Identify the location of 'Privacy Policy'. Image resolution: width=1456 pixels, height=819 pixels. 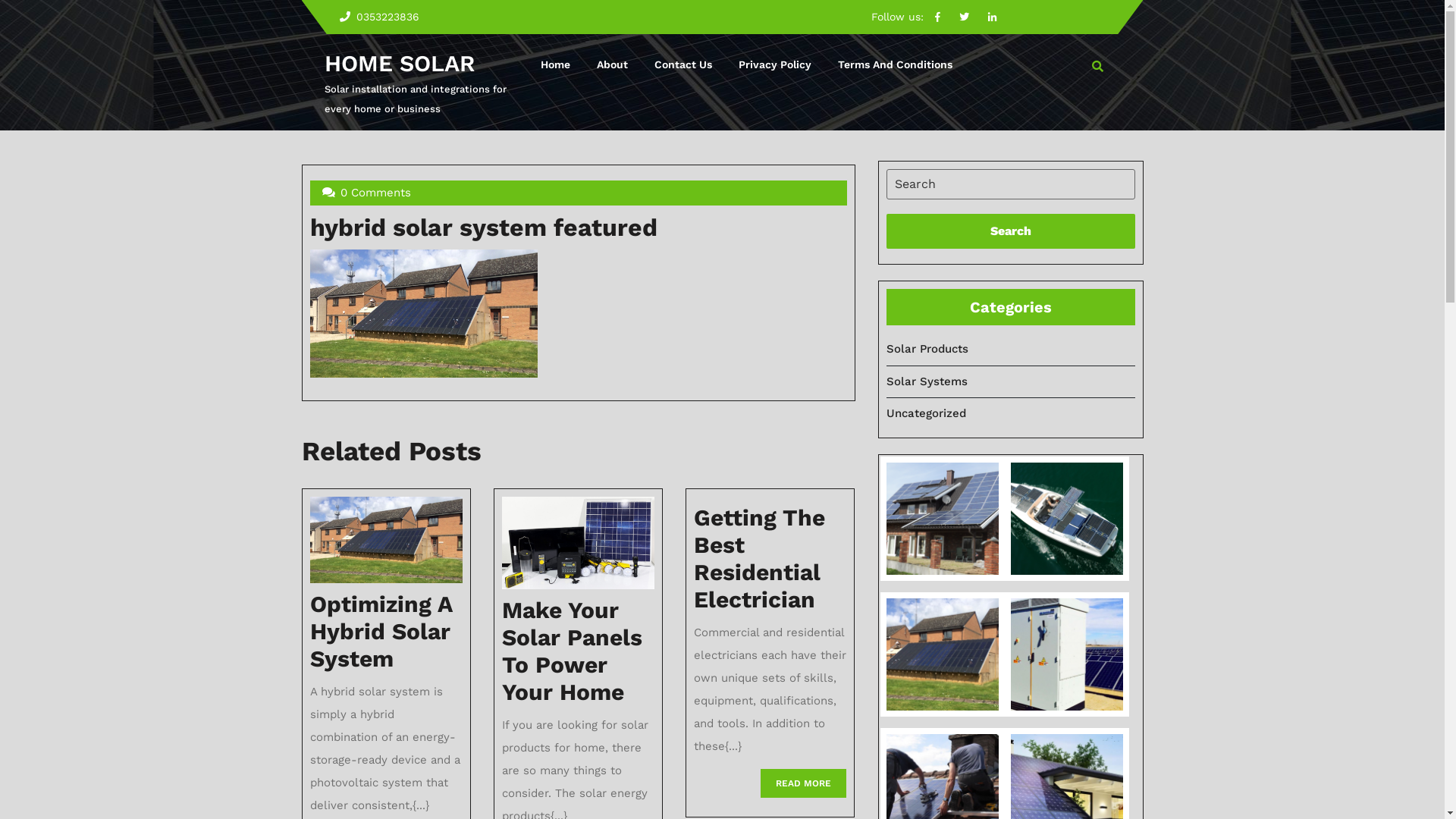
(774, 64).